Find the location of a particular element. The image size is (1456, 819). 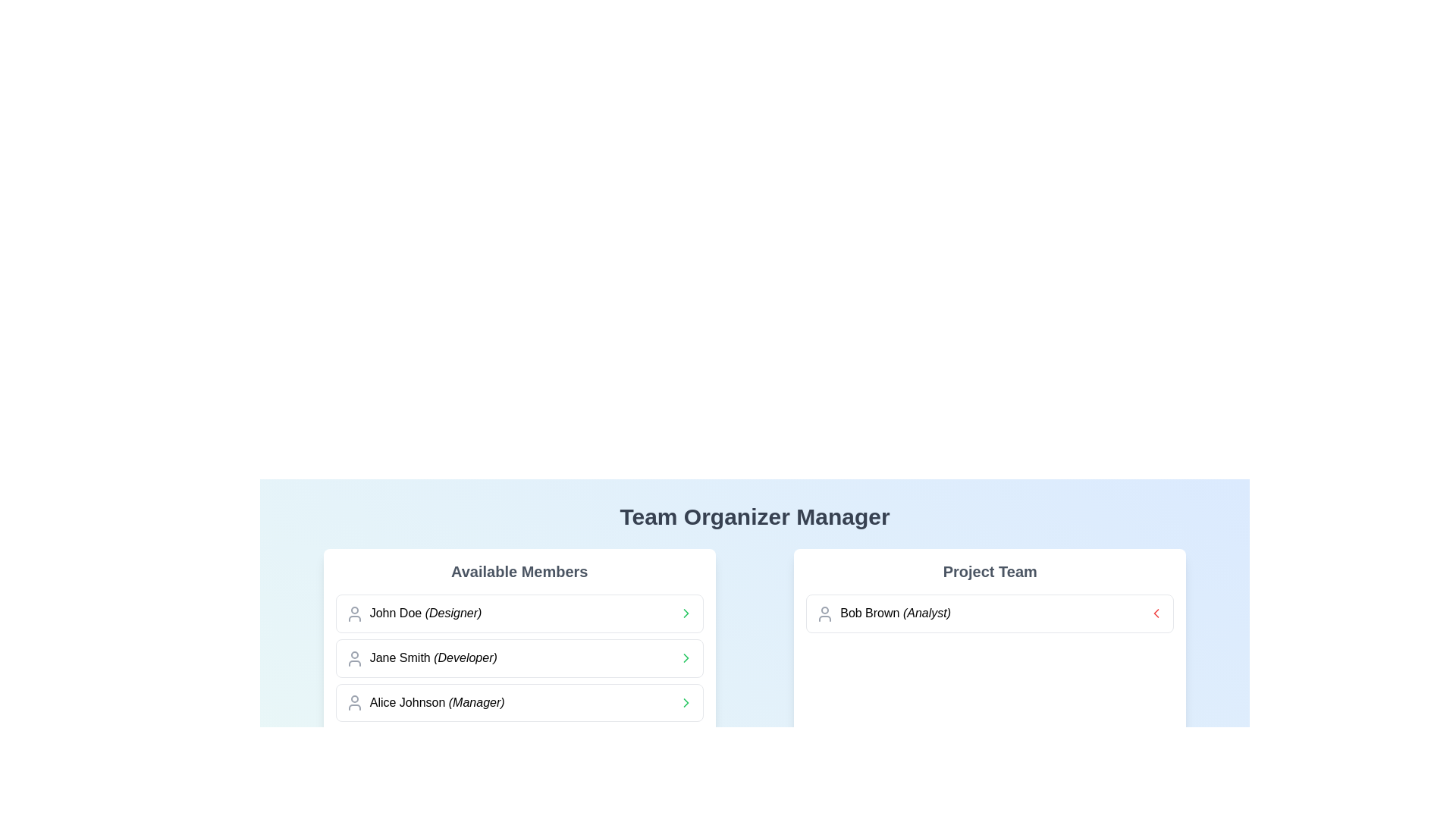

the third chevron icon in the 'Available Members' section next to 'Alice Johnson (Manager)' is located at coordinates (685, 613).